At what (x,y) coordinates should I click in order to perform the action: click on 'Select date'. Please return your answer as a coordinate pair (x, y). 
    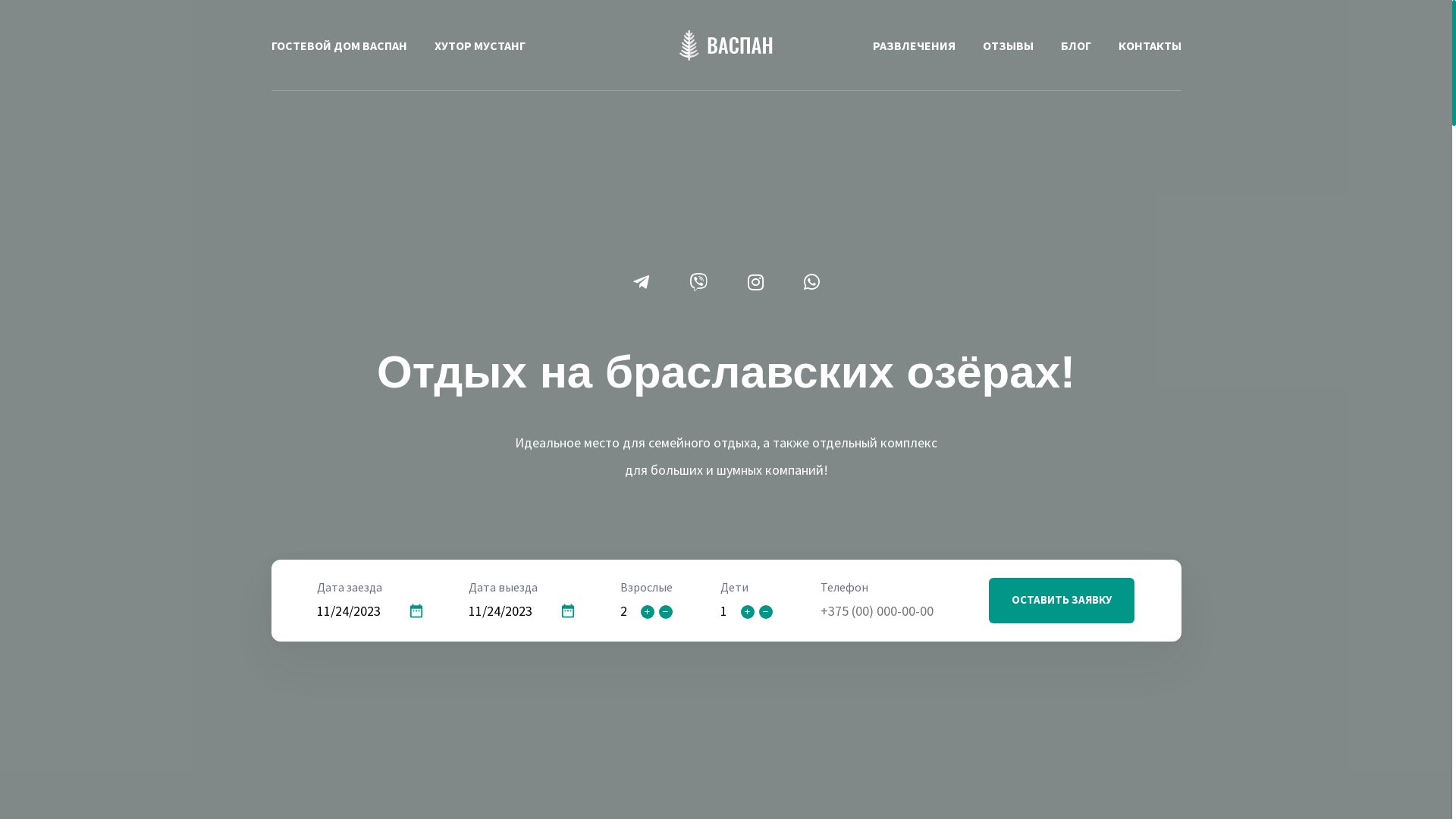
    Looking at the image, I should click on (416, 610).